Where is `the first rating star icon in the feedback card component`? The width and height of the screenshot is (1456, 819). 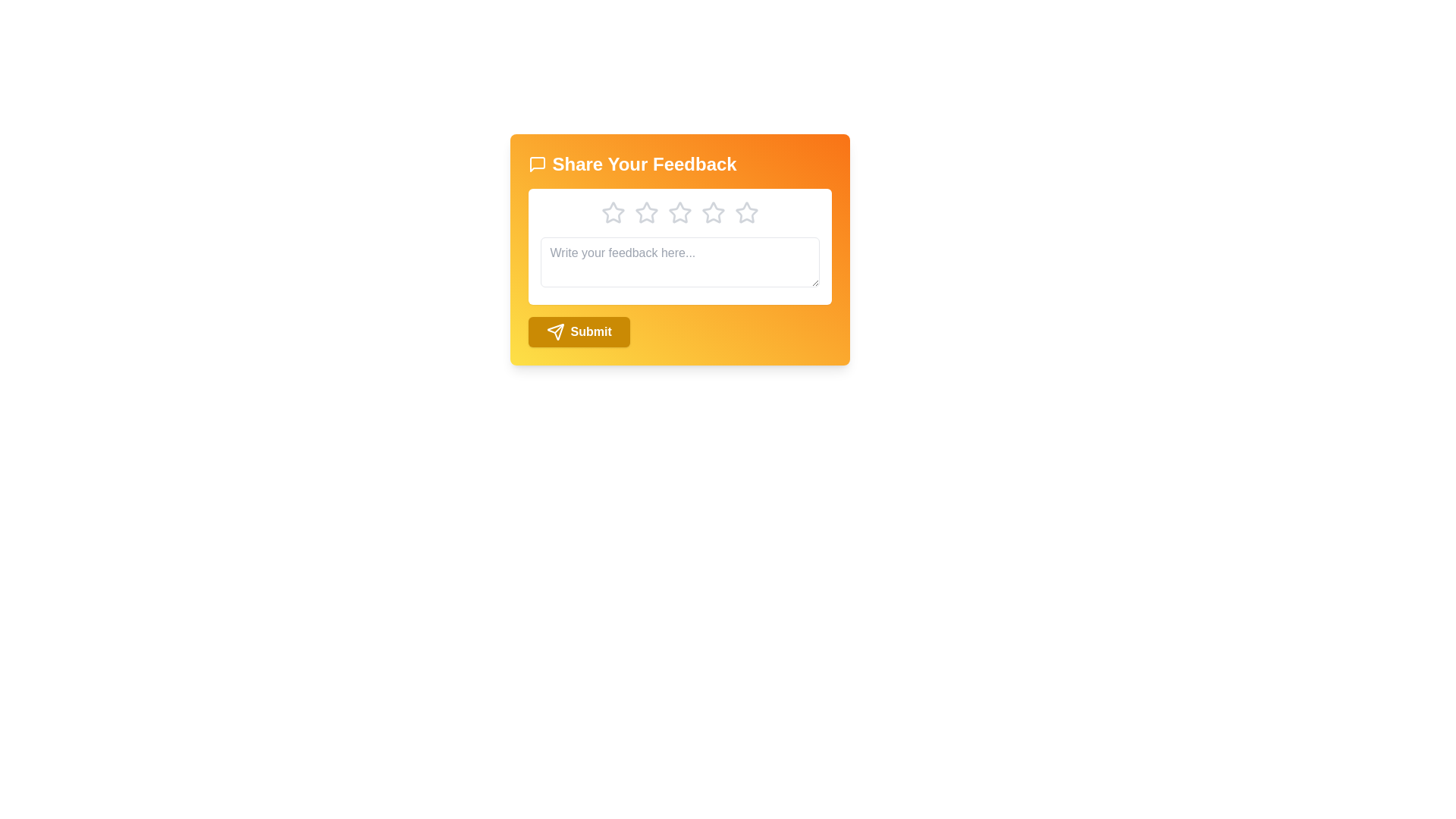
the first rating star icon in the feedback card component is located at coordinates (613, 213).